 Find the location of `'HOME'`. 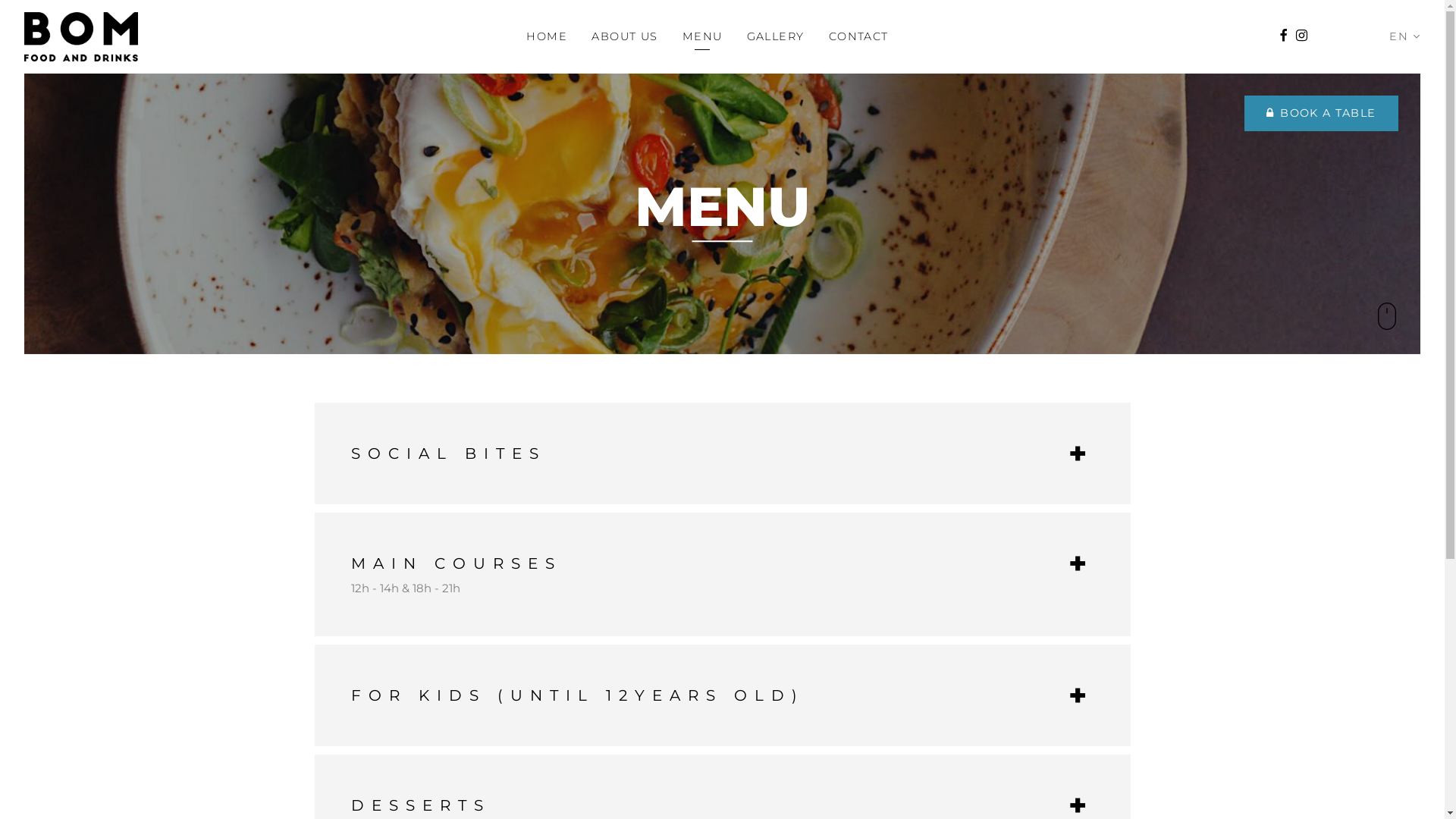

'HOME' is located at coordinates (546, 35).